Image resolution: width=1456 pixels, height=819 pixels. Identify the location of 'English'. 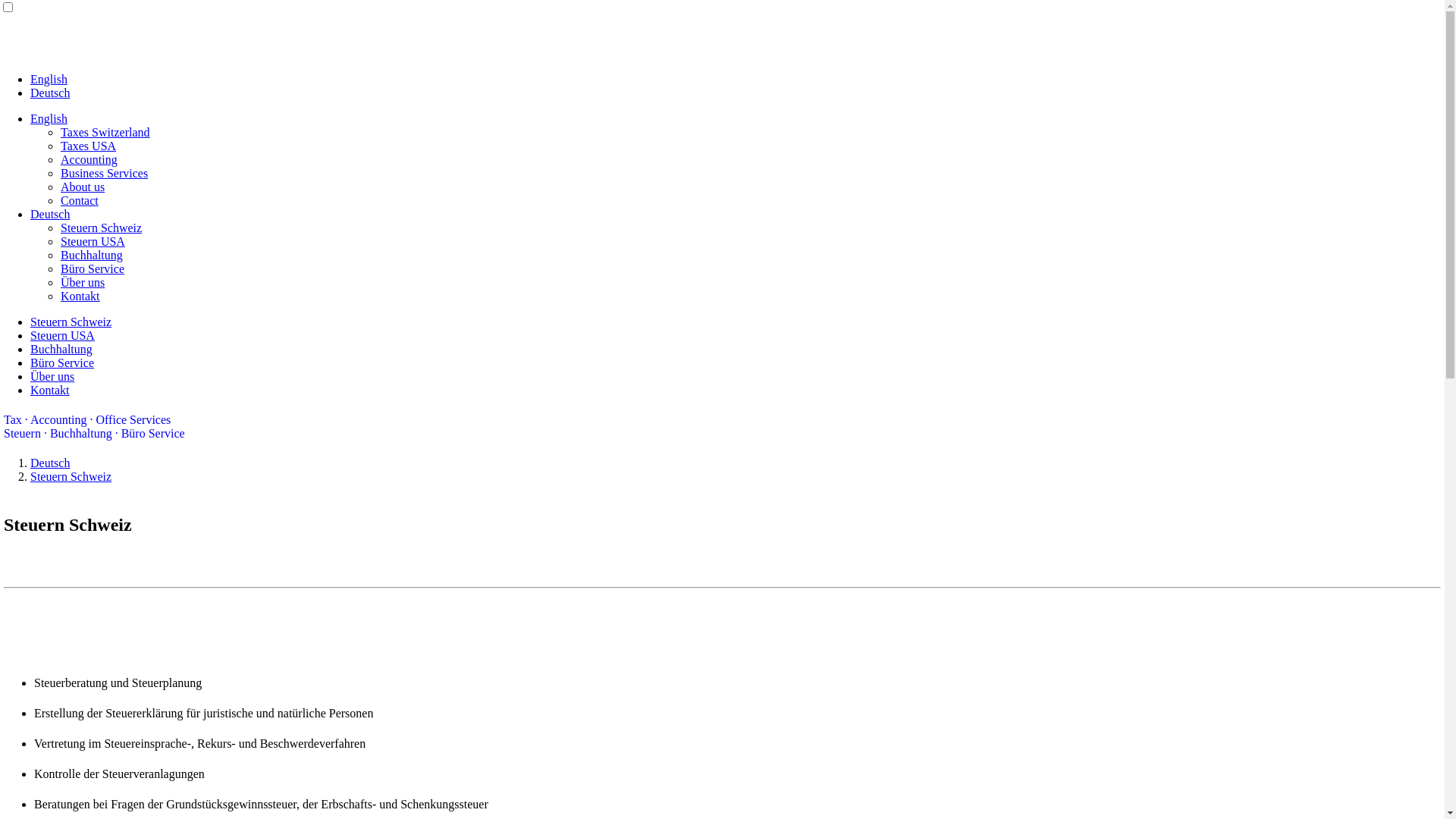
(49, 79).